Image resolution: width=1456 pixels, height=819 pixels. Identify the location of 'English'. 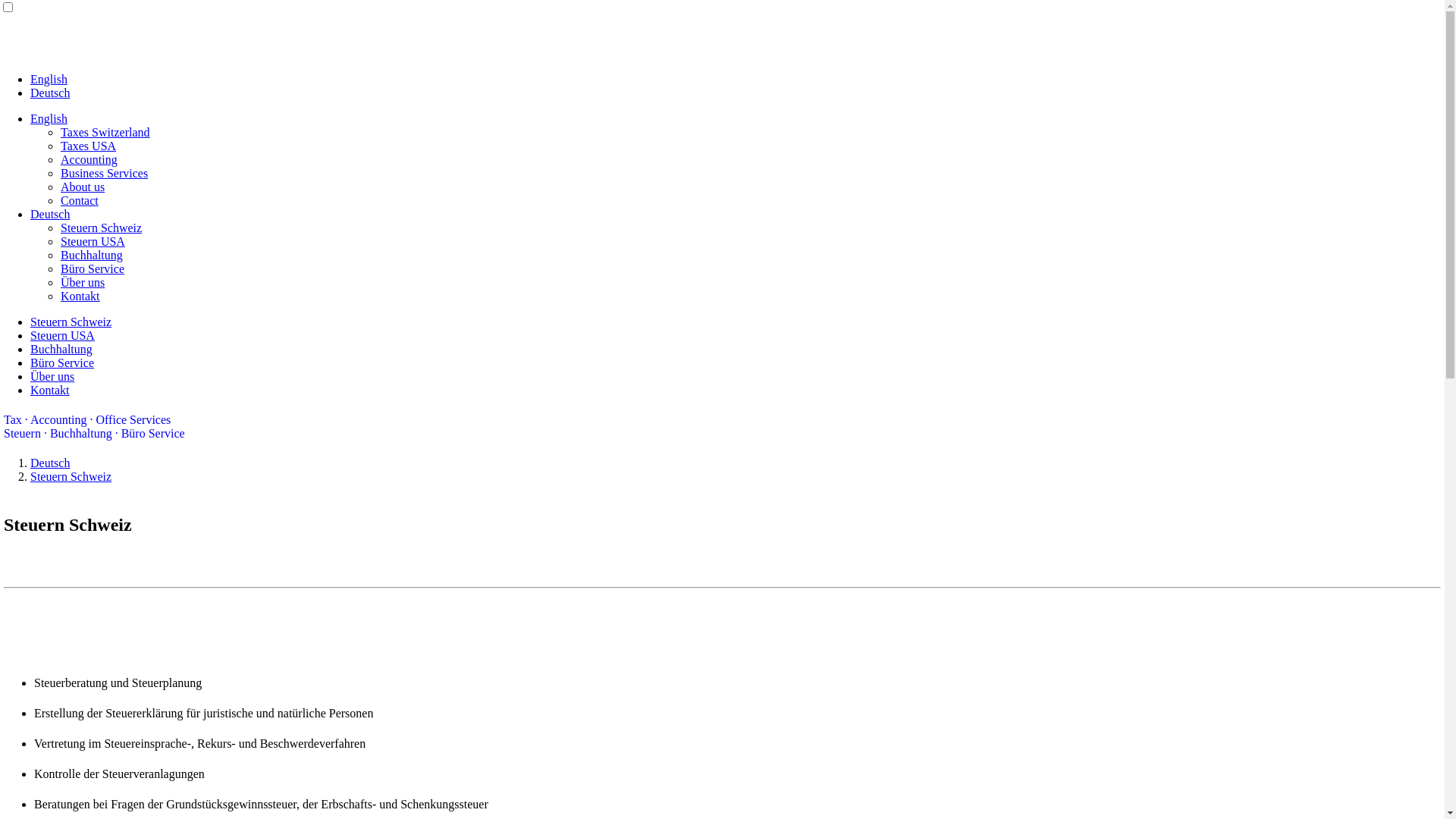
(49, 79).